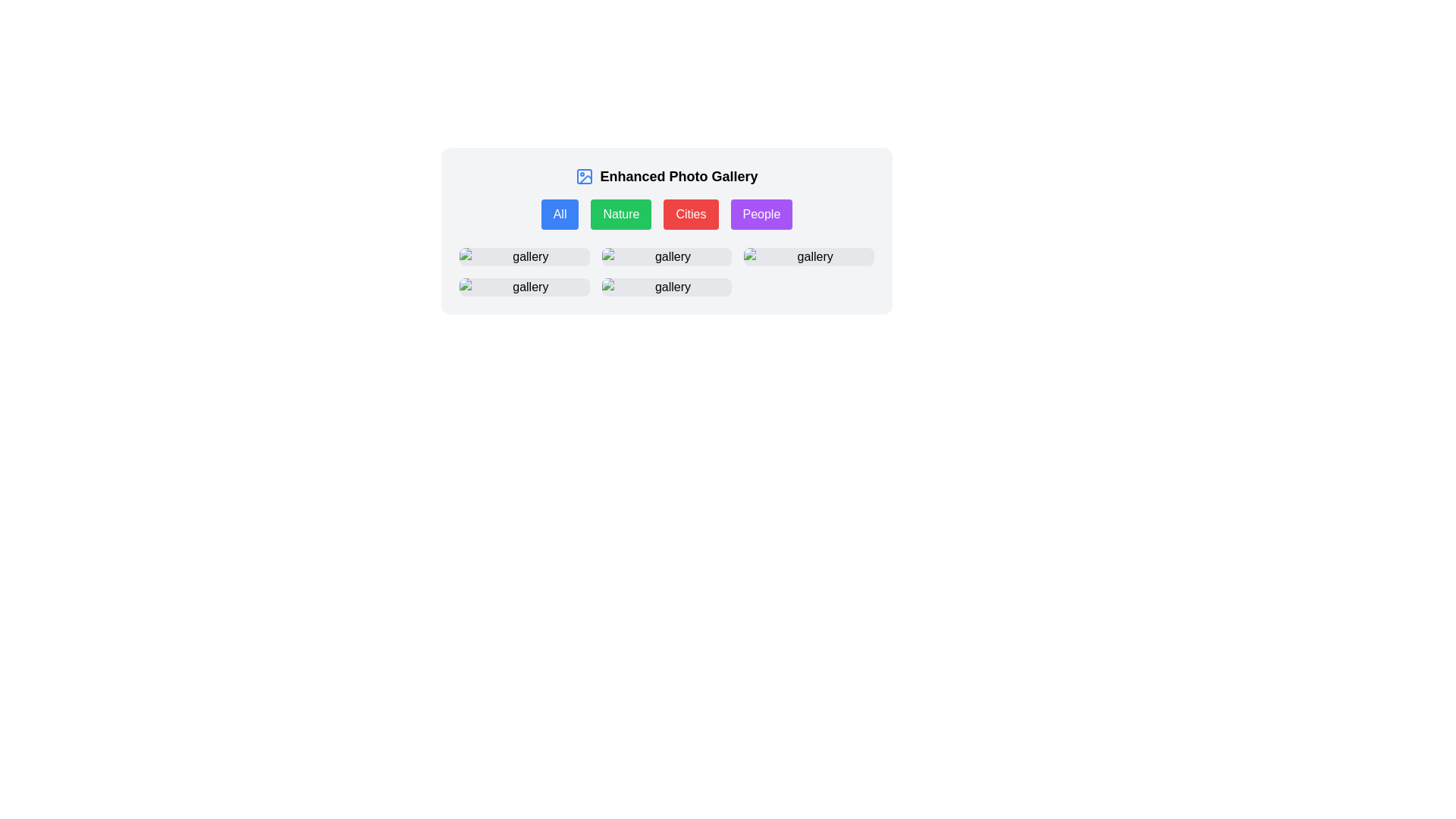 The image size is (1456, 819). I want to click on the interactive tile labeled 'gallery' which features a placeholder image and is located in the second row, middle column of a grid layout, so click(667, 287).